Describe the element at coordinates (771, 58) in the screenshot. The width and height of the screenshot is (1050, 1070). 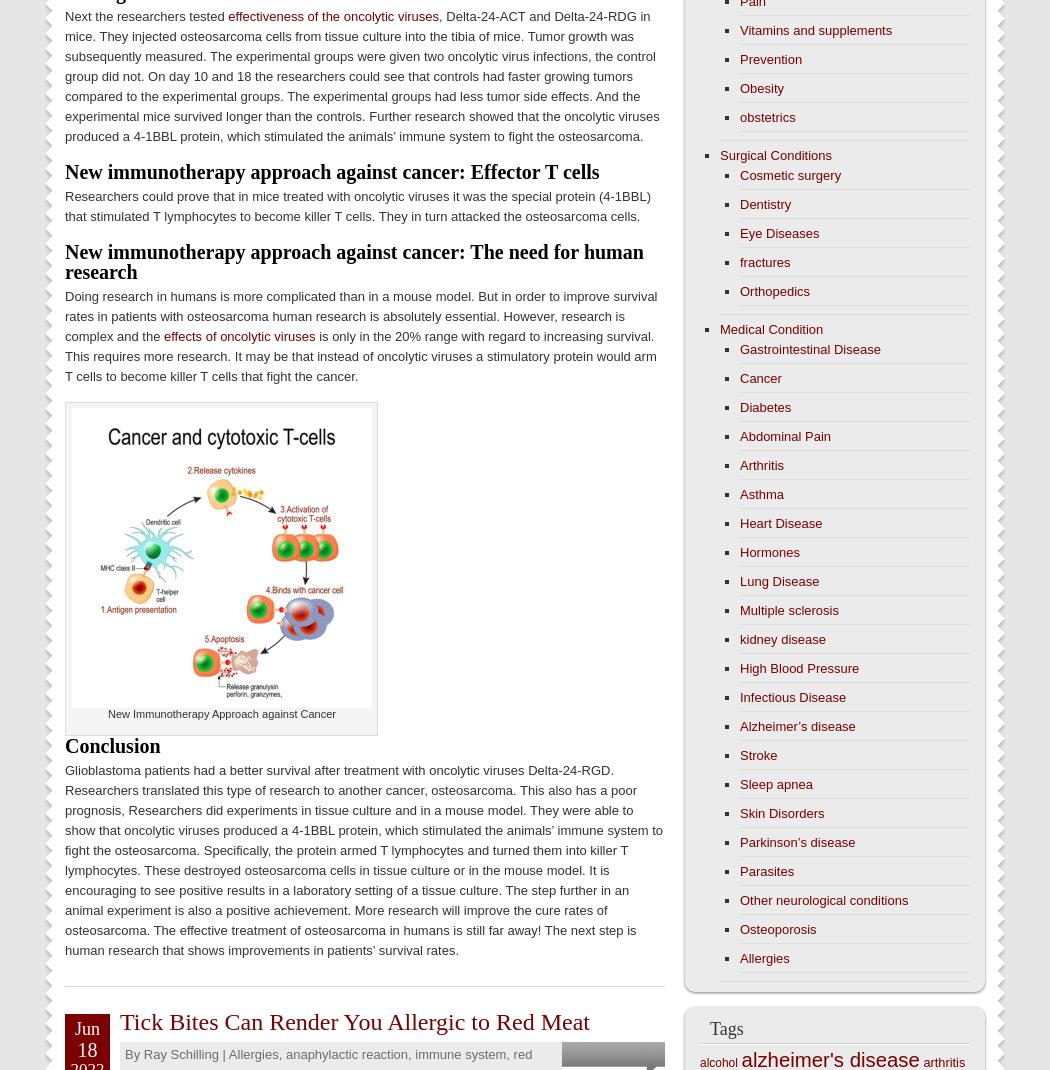
I see `'Prevention'` at that location.